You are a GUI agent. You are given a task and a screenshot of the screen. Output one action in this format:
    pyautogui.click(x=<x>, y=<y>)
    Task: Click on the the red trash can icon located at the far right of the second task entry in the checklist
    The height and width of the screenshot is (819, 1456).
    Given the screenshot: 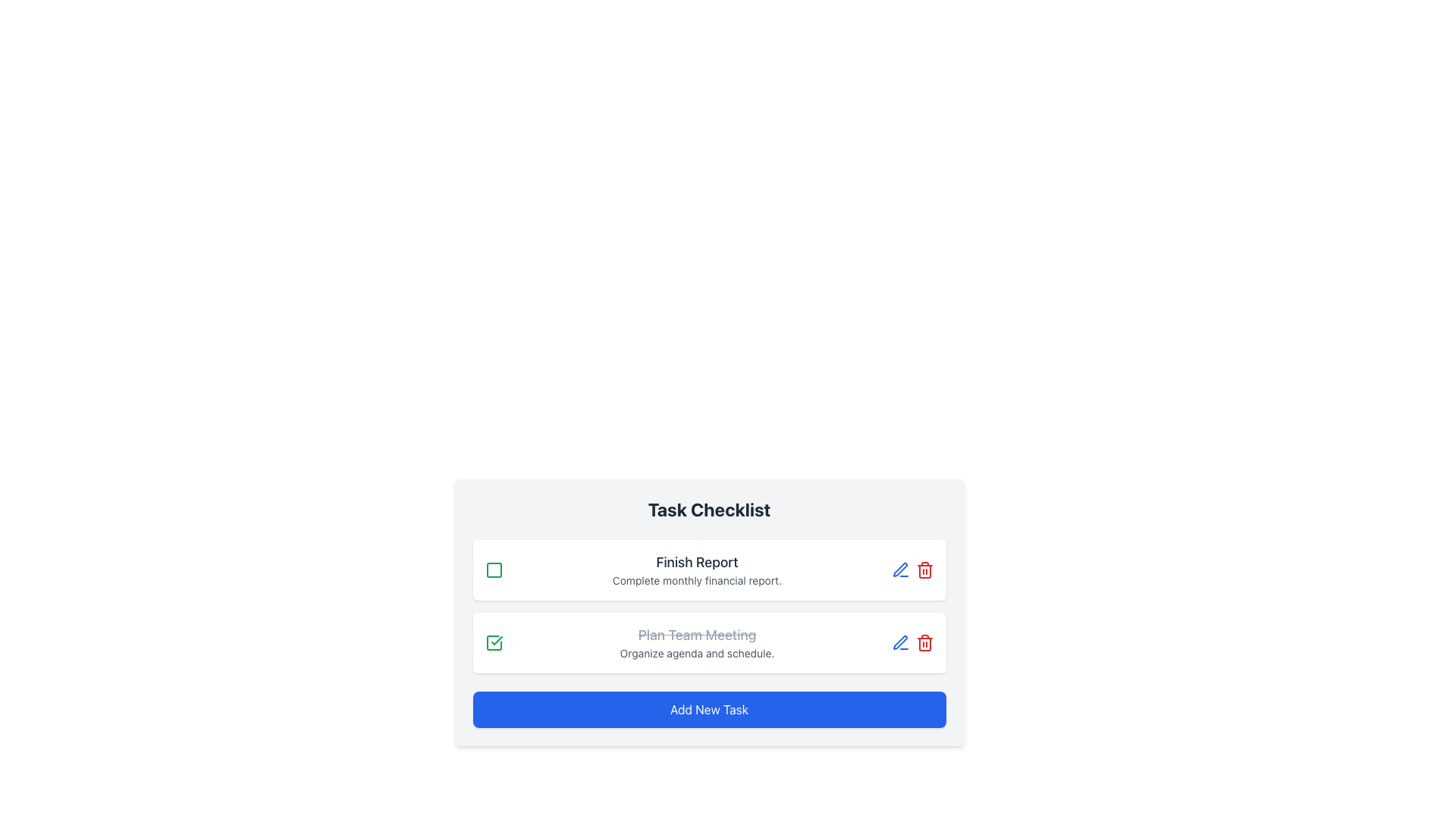 What is the action you would take?
    pyautogui.click(x=924, y=643)
    